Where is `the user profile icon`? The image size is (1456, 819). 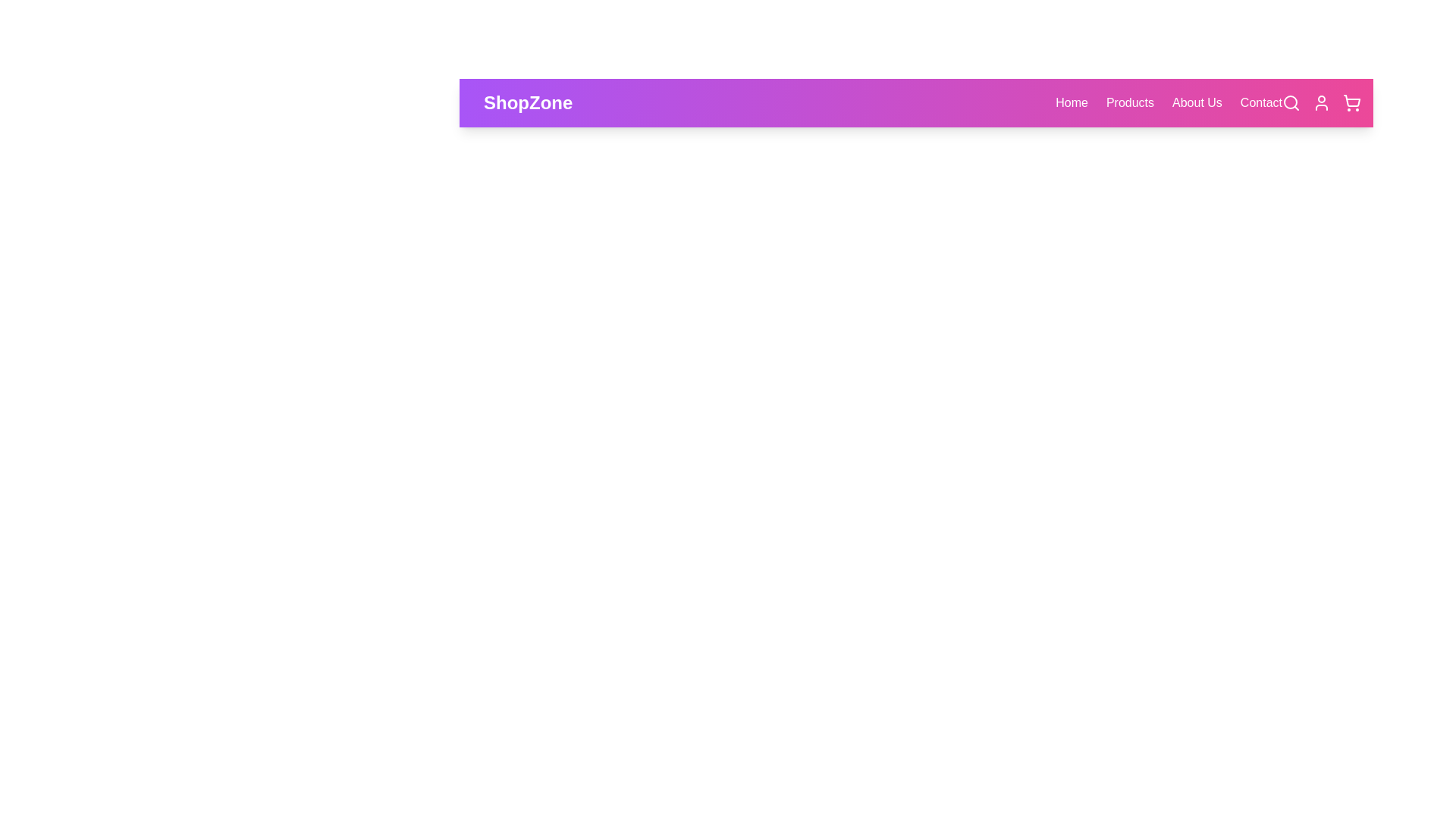 the user profile icon is located at coordinates (1320, 102).